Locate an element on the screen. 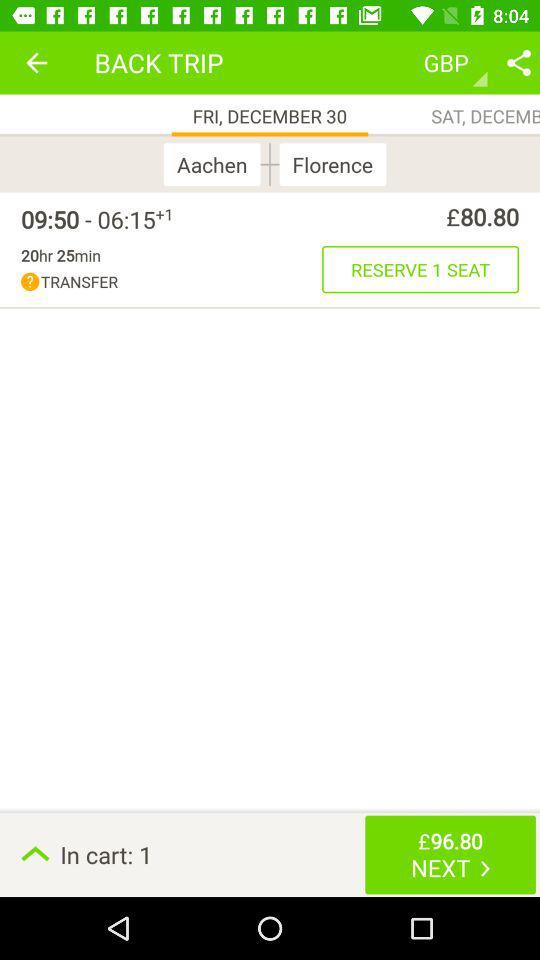  icon next to gbp icon is located at coordinates (518, 62).